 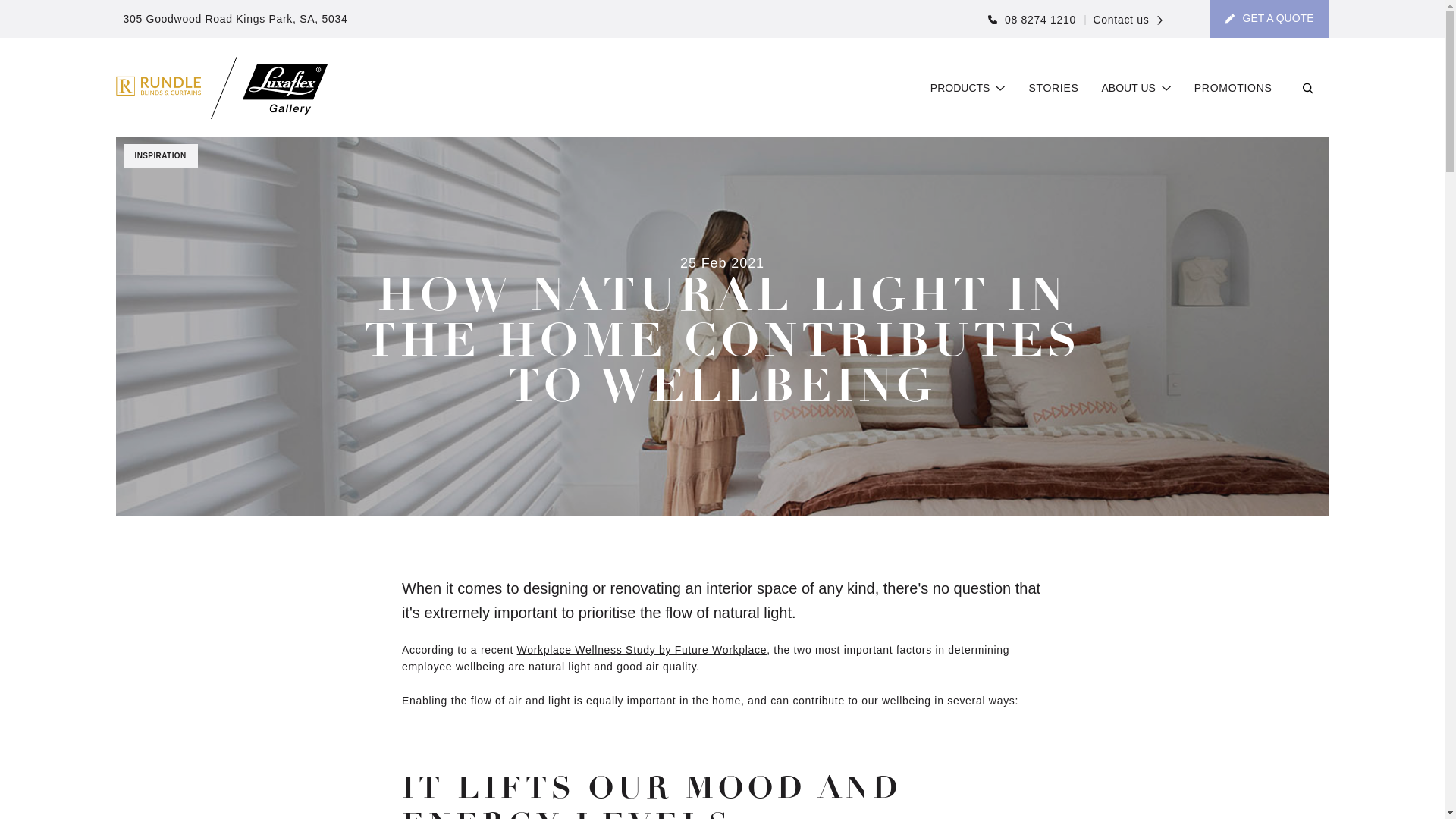 I want to click on 'Workplace Wellness Study by Future Workplace', so click(x=642, y=648).